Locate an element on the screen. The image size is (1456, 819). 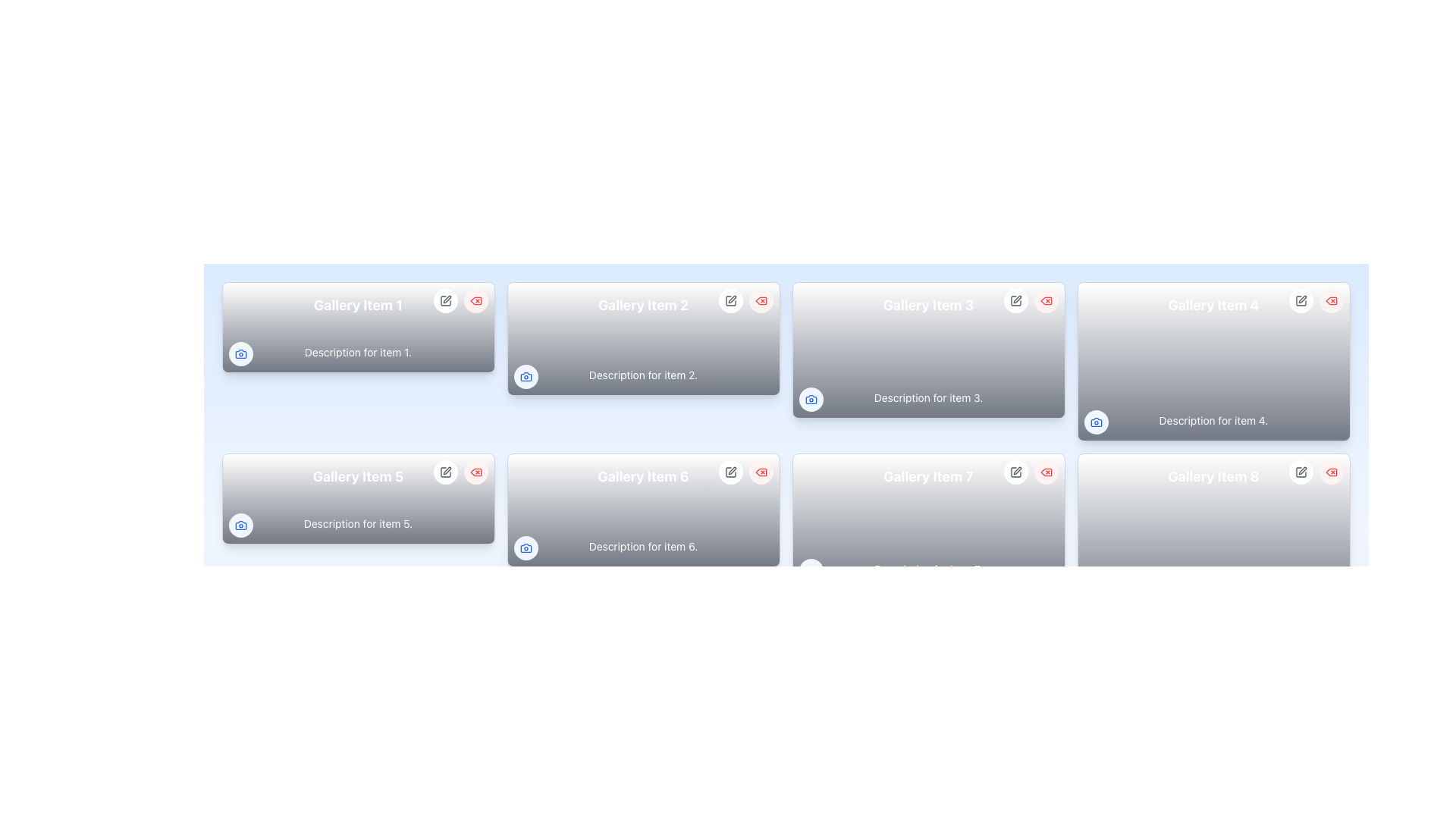
the Text Label that serves as the title for the item in the gallery, located above the description text 'Description for item 5.' is located at coordinates (357, 475).